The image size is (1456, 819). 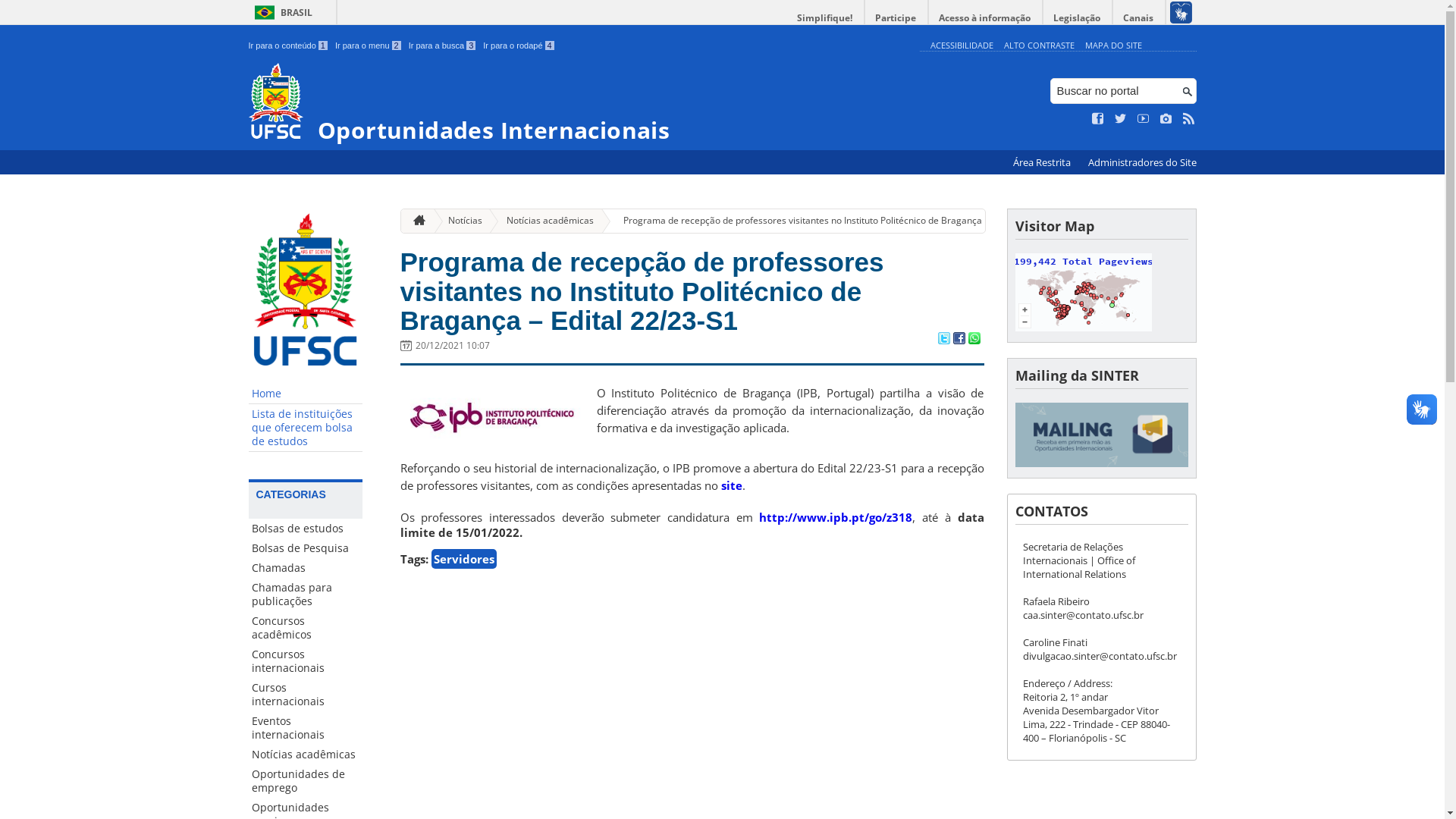 I want to click on 'Participe', so click(x=864, y=17).